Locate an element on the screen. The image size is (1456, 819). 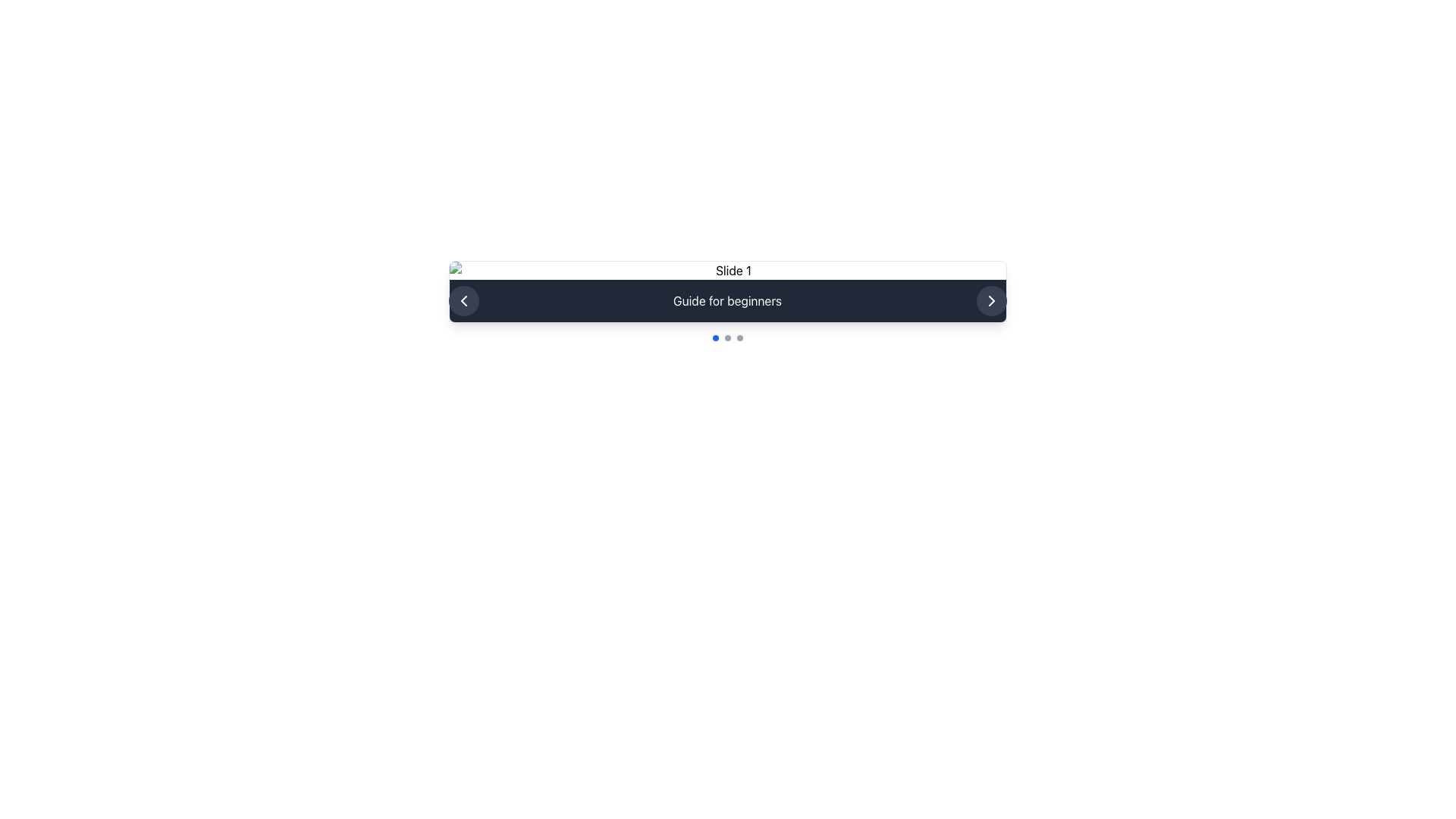
the right-facing chevron icon located inside the circular button at the right edge of the navigation bar is located at coordinates (991, 301).